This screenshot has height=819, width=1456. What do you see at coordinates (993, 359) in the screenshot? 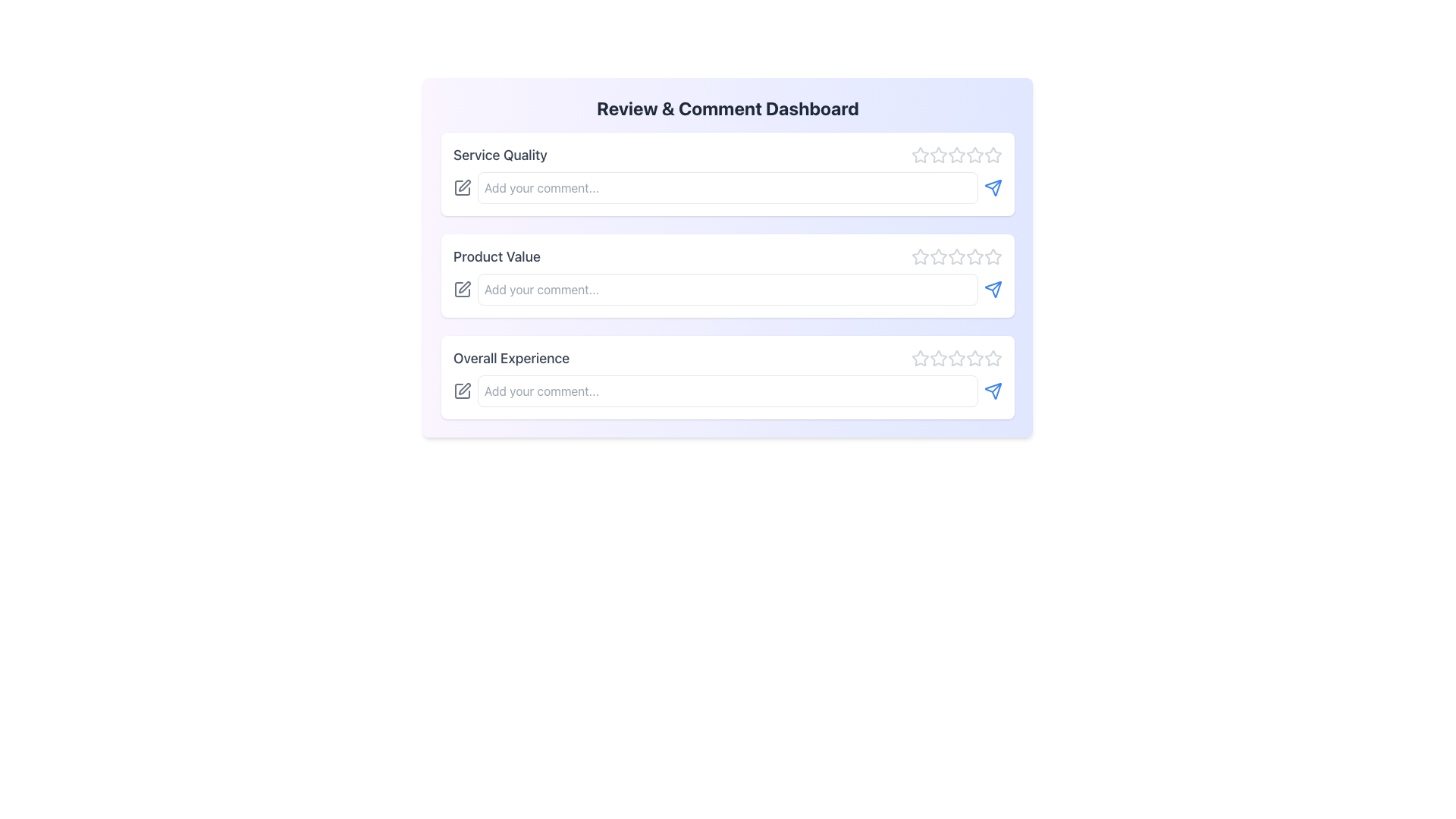
I see `the fifth star in the rating interface to indicate a 5-star rating for the Overall Experience` at bounding box center [993, 359].